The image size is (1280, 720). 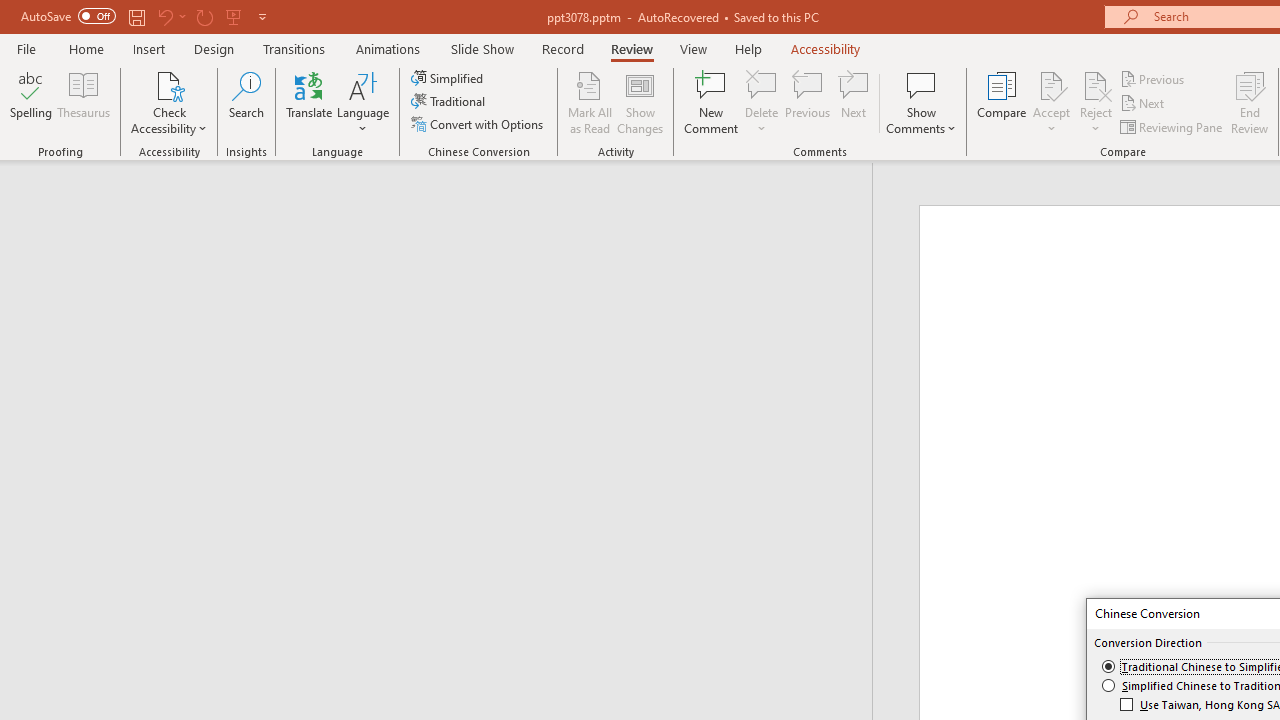 What do you see at coordinates (1050, 84) in the screenshot?
I see `'Accept Change'` at bounding box center [1050, 84].